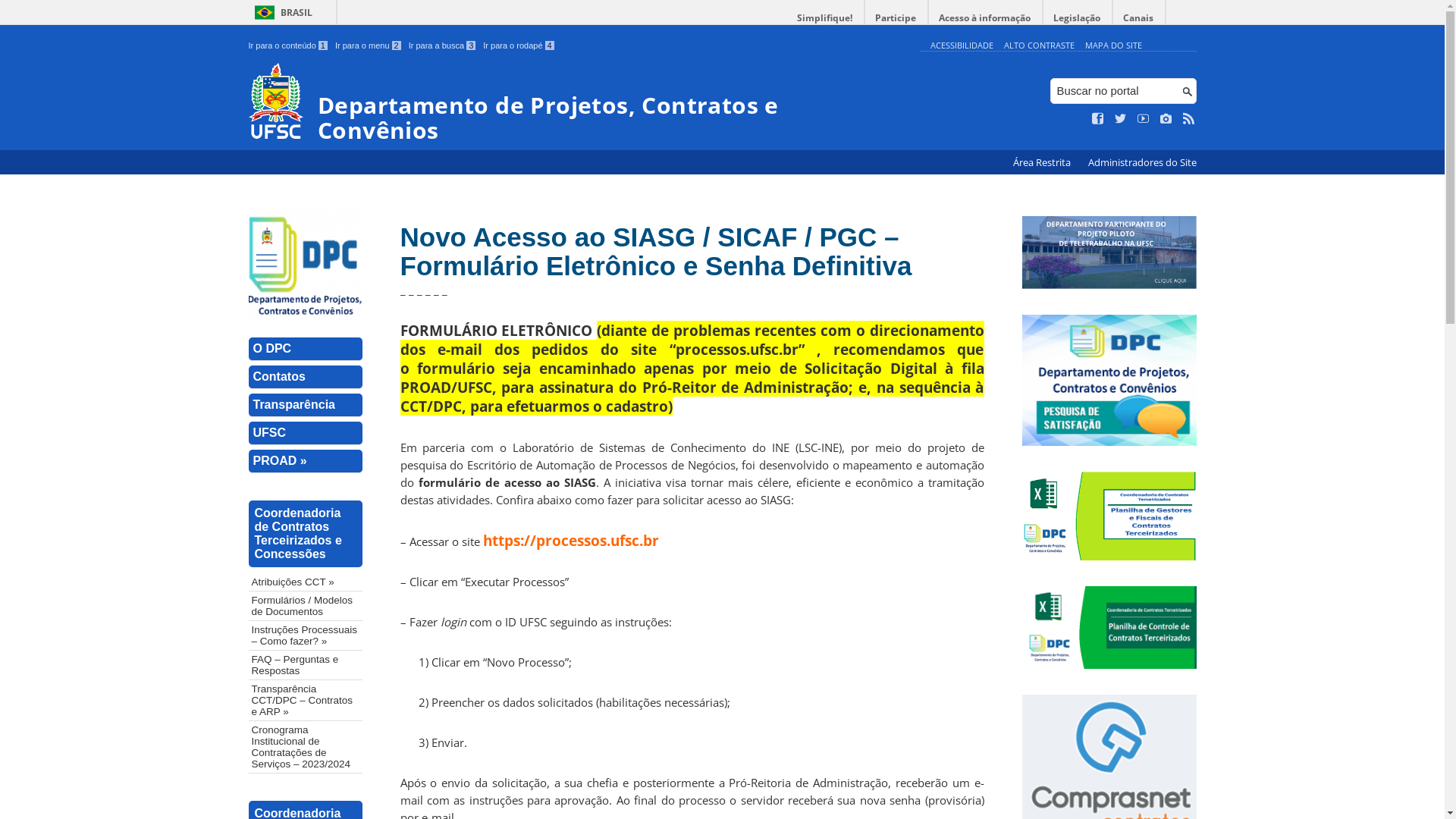 The image size is (1456, 819). I want to click on 'Ir para a busca 3', so click(408, 45).